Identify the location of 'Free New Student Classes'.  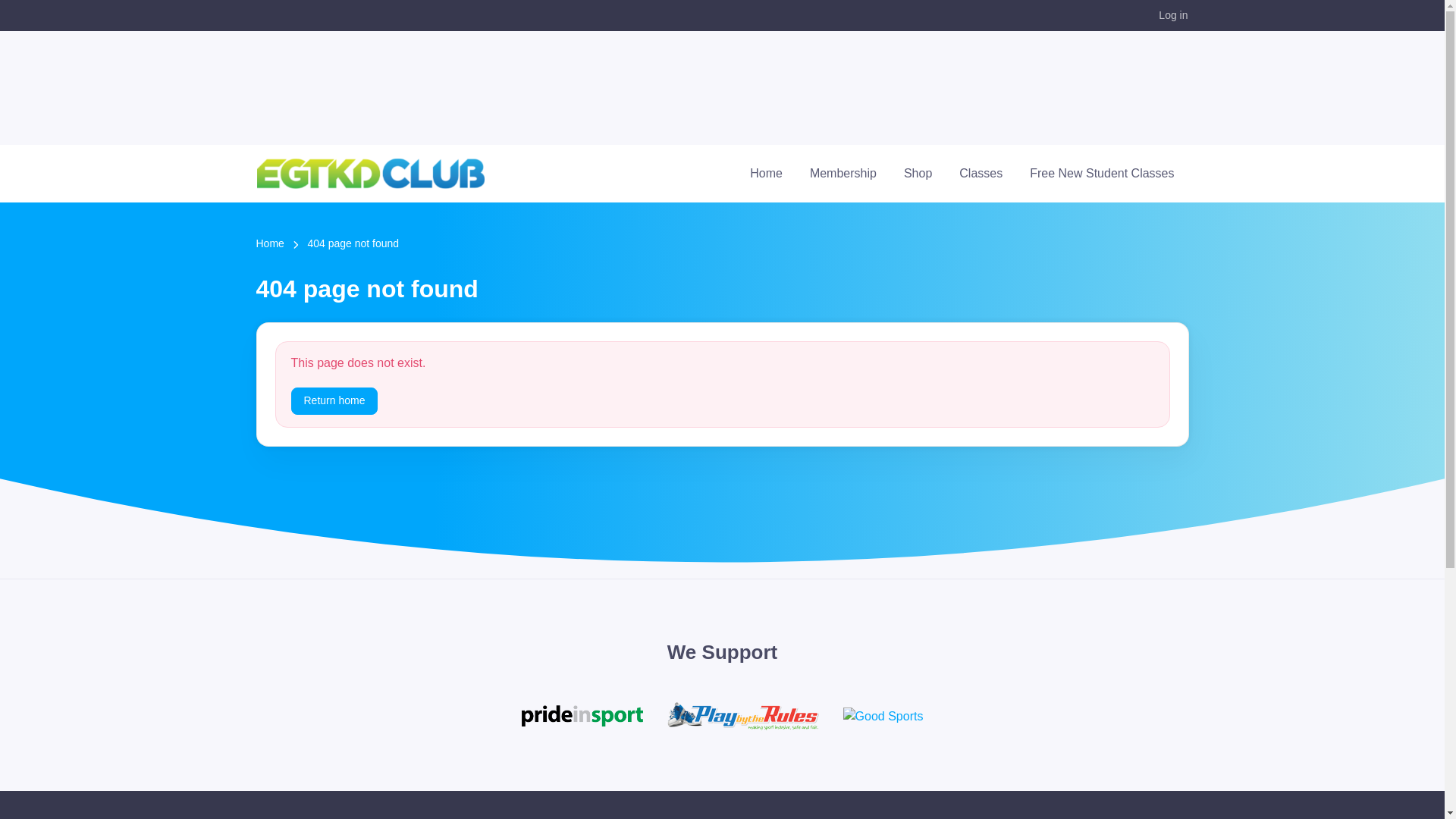
(1102, 172).